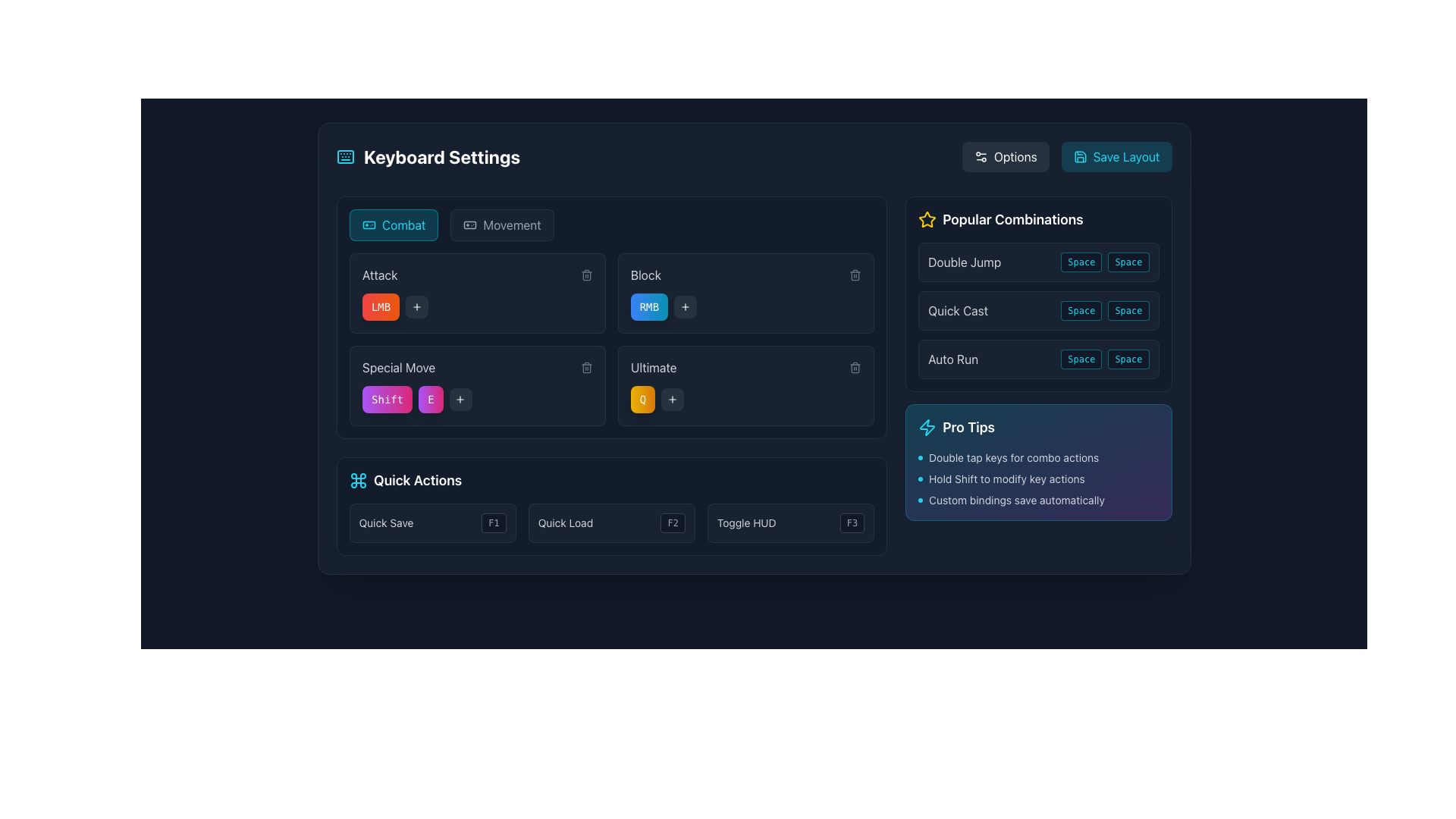  What do you see at coordinates (685, 307) in the screenshot?
I see `the plus icon button located in the bottom-right corner of the 'Attack' subsection in the 'Keyboard Settings' interface` at bounding box center [685, 307].